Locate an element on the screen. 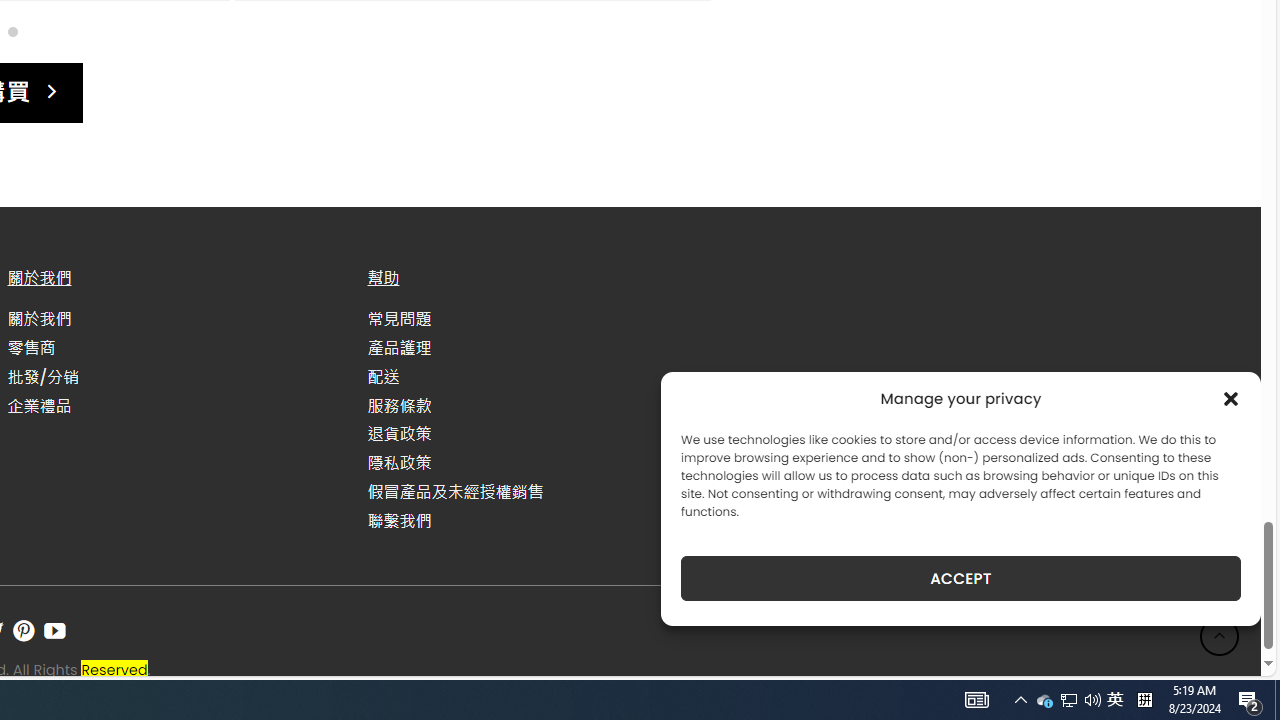 The height and width of the screenshot is (720, 1280). 'Follow on YouTube' is located at coordinates (55, 631).